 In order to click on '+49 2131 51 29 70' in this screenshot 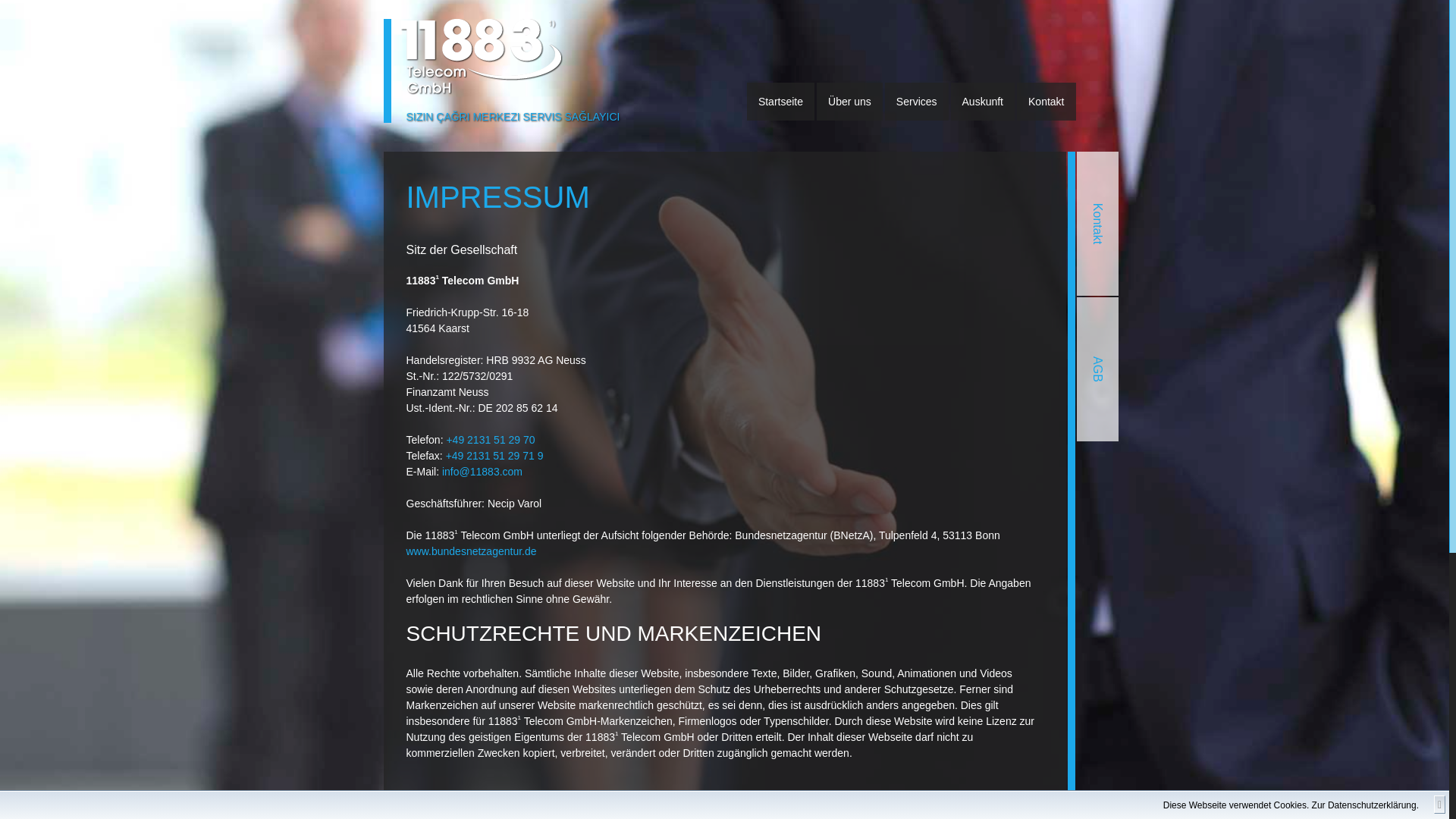, I will do `click(445, 439)`.